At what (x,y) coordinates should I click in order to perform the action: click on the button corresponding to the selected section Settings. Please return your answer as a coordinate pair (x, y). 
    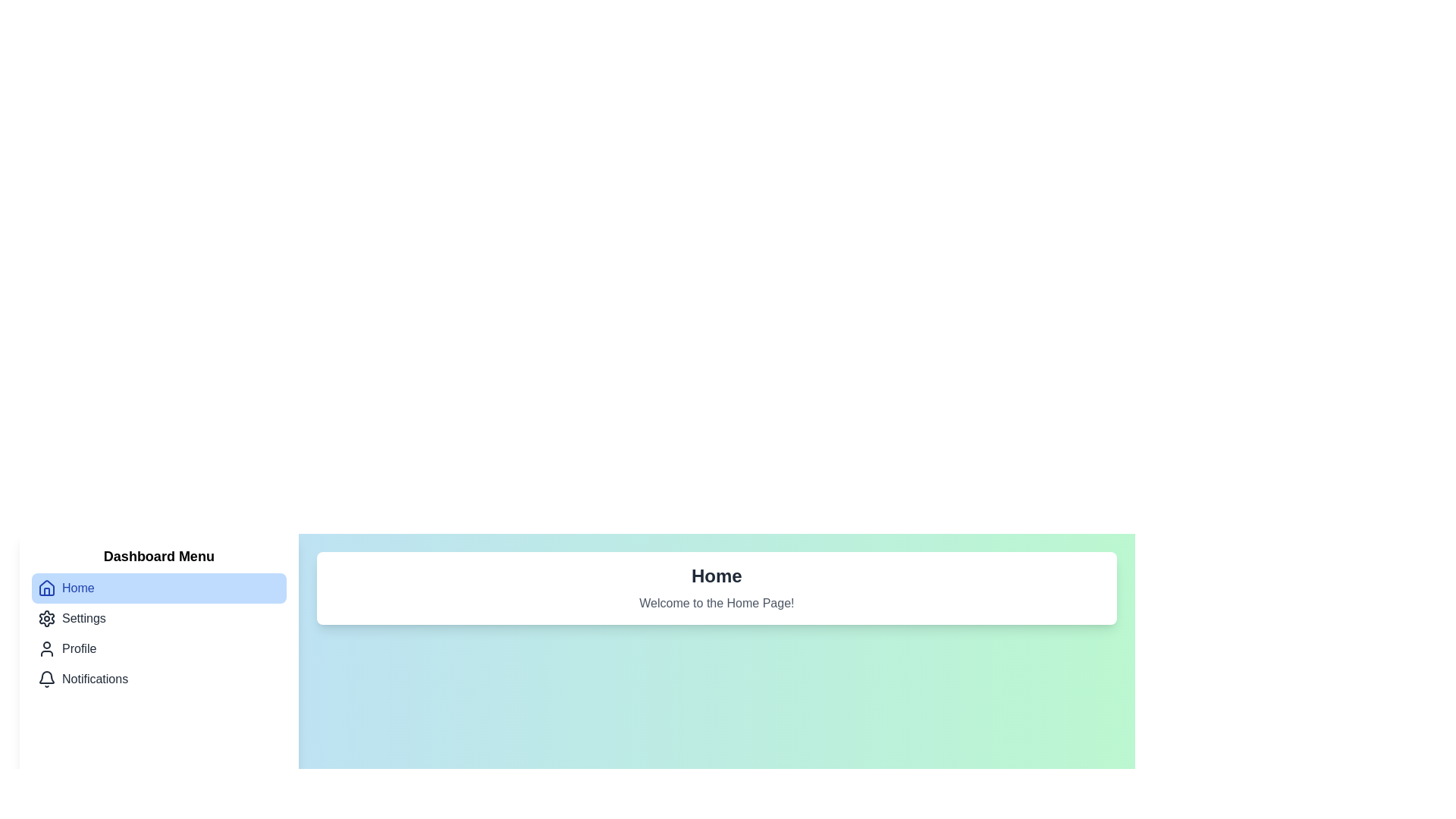
    Looking at the image, I should click on (158, 619).